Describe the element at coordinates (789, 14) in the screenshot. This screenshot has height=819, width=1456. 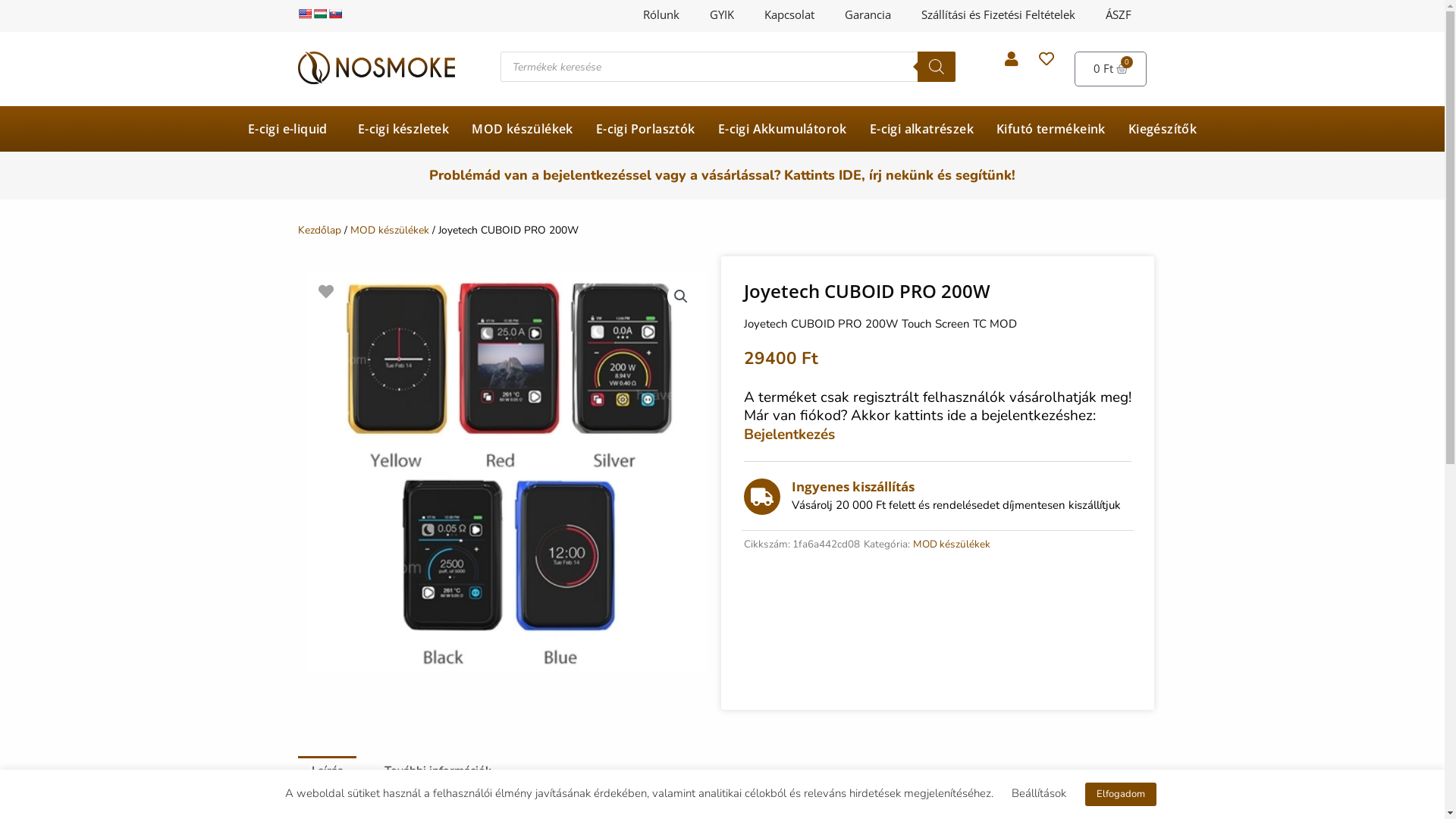
I see `'Kapcsolat'` at that location.